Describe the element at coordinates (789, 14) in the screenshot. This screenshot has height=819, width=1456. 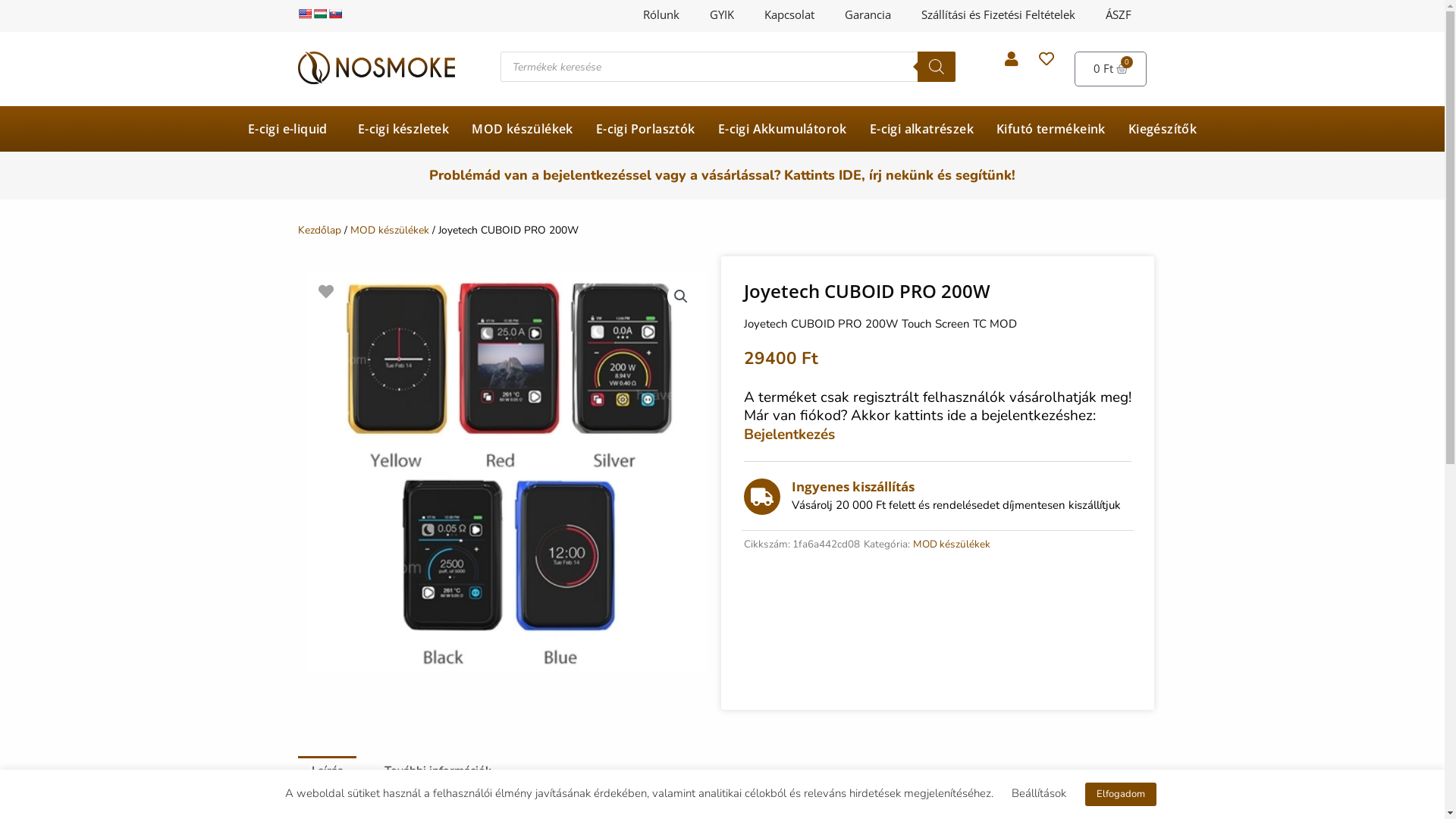
I see `'Kapcsolat'` at that location.